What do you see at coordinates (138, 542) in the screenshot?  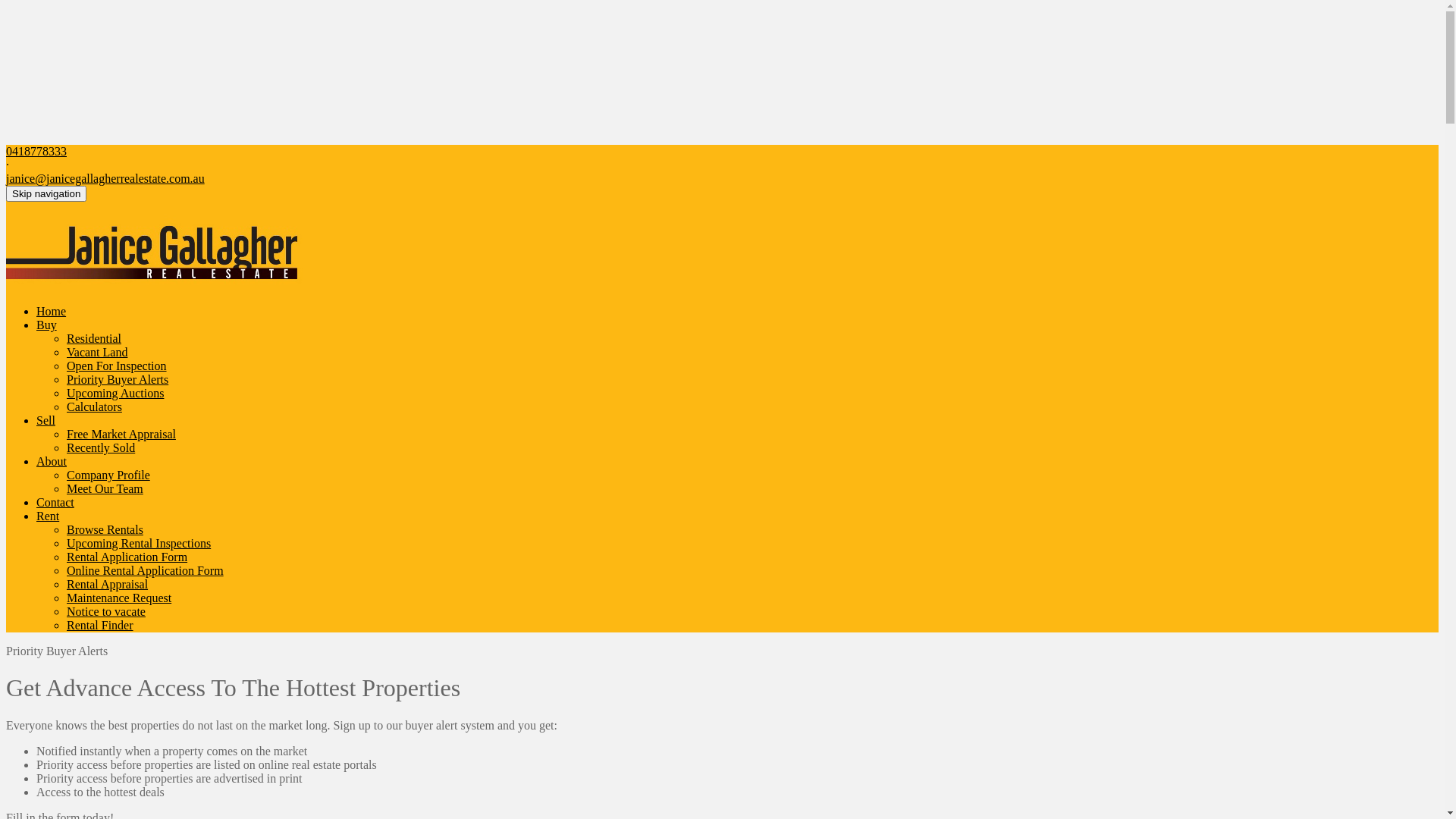 I see `'Upcoming Rental Inspections'` at bounding box center [138, 542].